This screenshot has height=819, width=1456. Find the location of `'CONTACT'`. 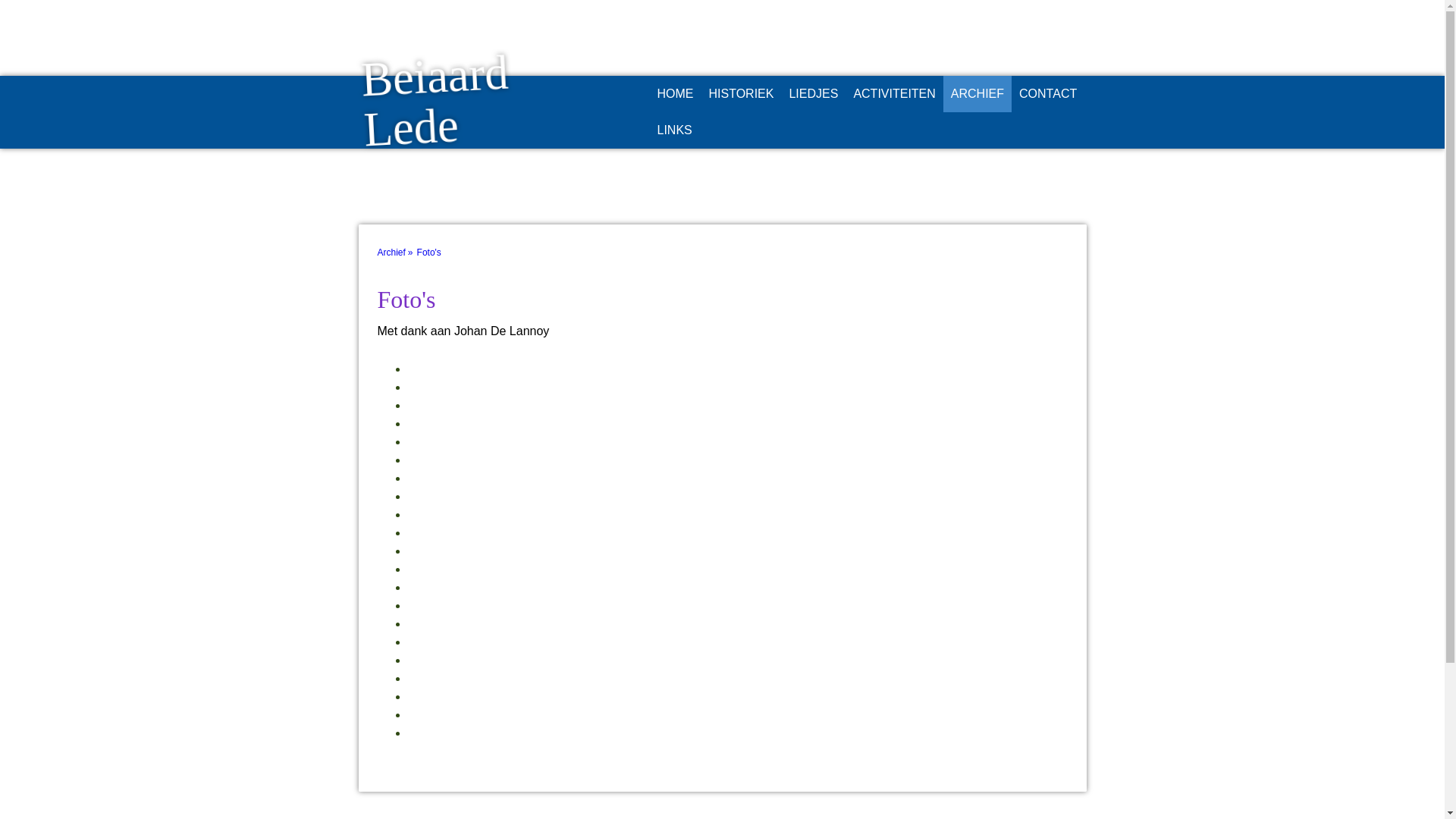

'CONTACT' is located at coordinates (1012, 93).